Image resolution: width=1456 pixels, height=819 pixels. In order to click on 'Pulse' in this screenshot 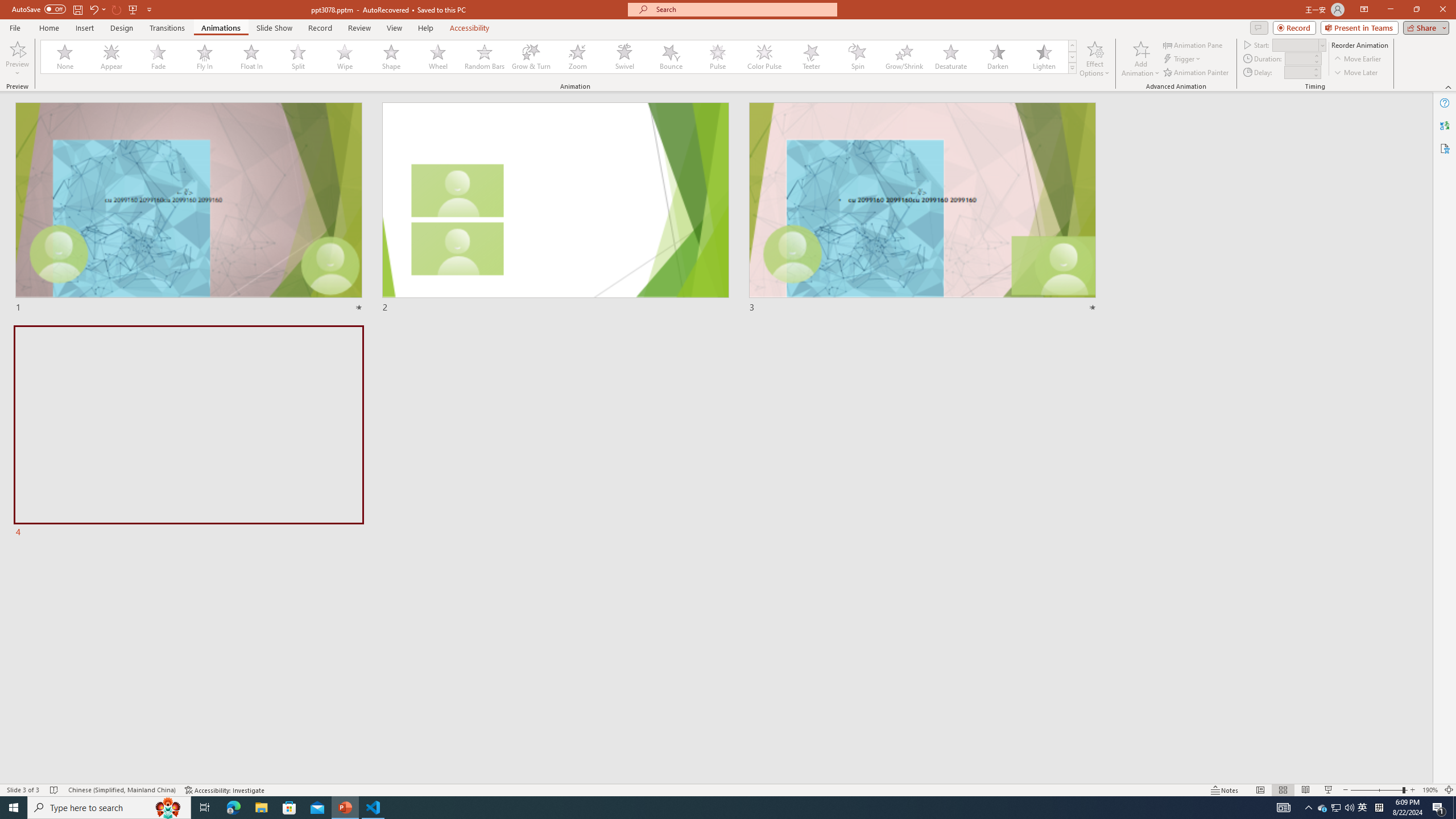, I will do `click(717, 56)`.